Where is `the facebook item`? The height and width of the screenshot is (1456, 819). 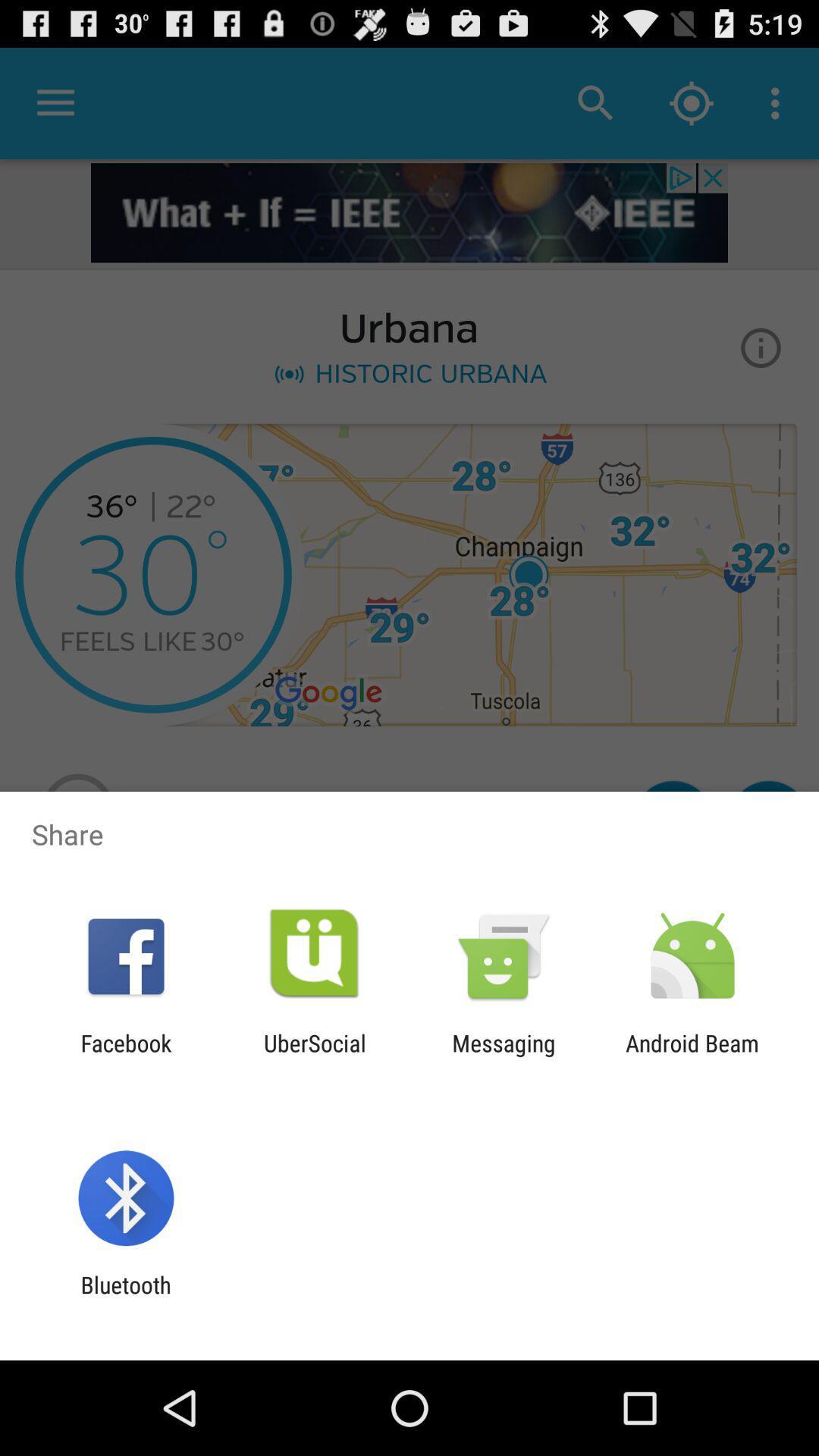 the facebook item is located at coordinates (125, 1056).